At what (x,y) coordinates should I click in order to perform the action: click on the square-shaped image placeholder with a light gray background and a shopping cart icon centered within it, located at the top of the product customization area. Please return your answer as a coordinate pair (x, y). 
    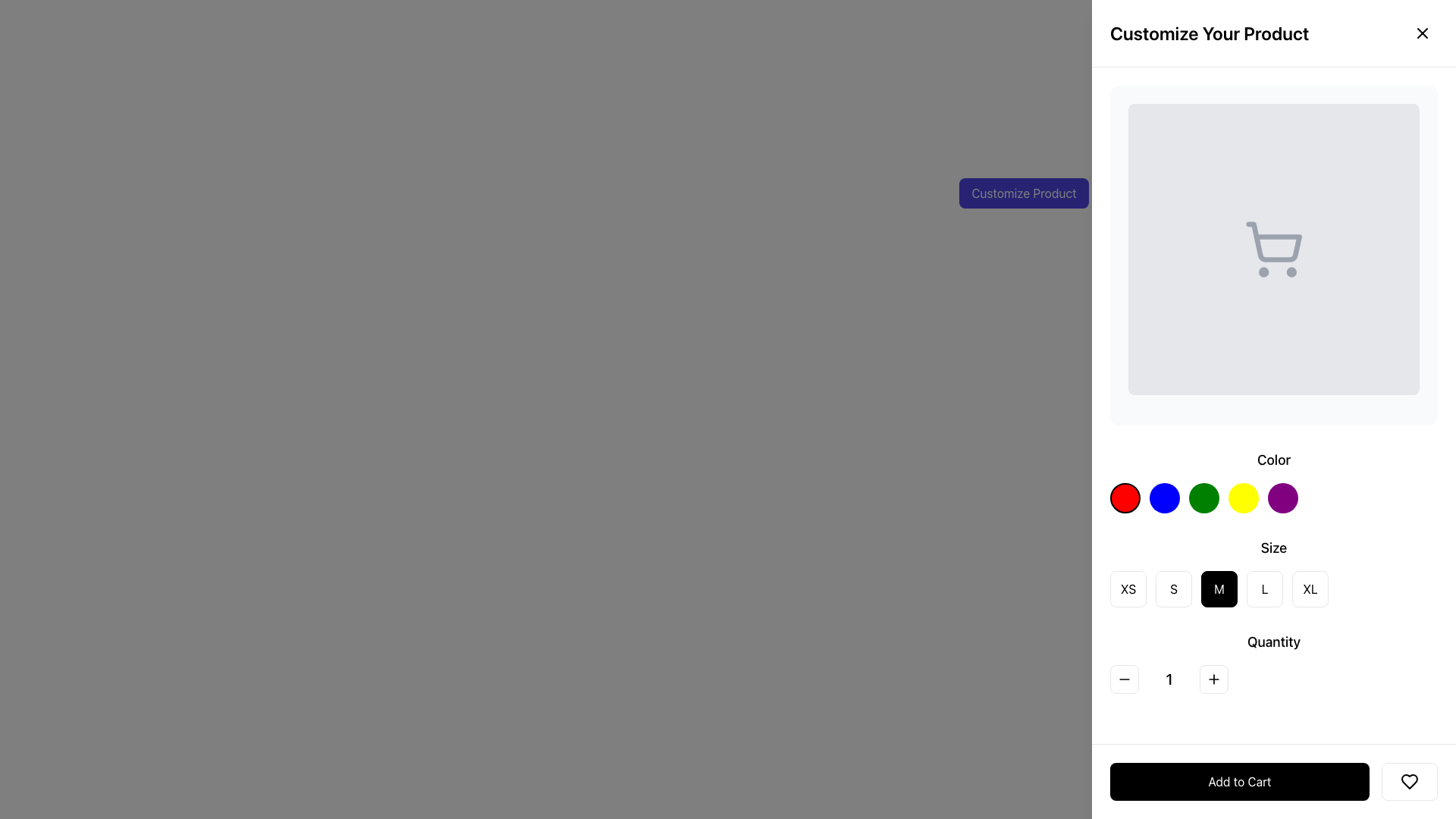
    Looking at the image, I should click on (1274, 248).